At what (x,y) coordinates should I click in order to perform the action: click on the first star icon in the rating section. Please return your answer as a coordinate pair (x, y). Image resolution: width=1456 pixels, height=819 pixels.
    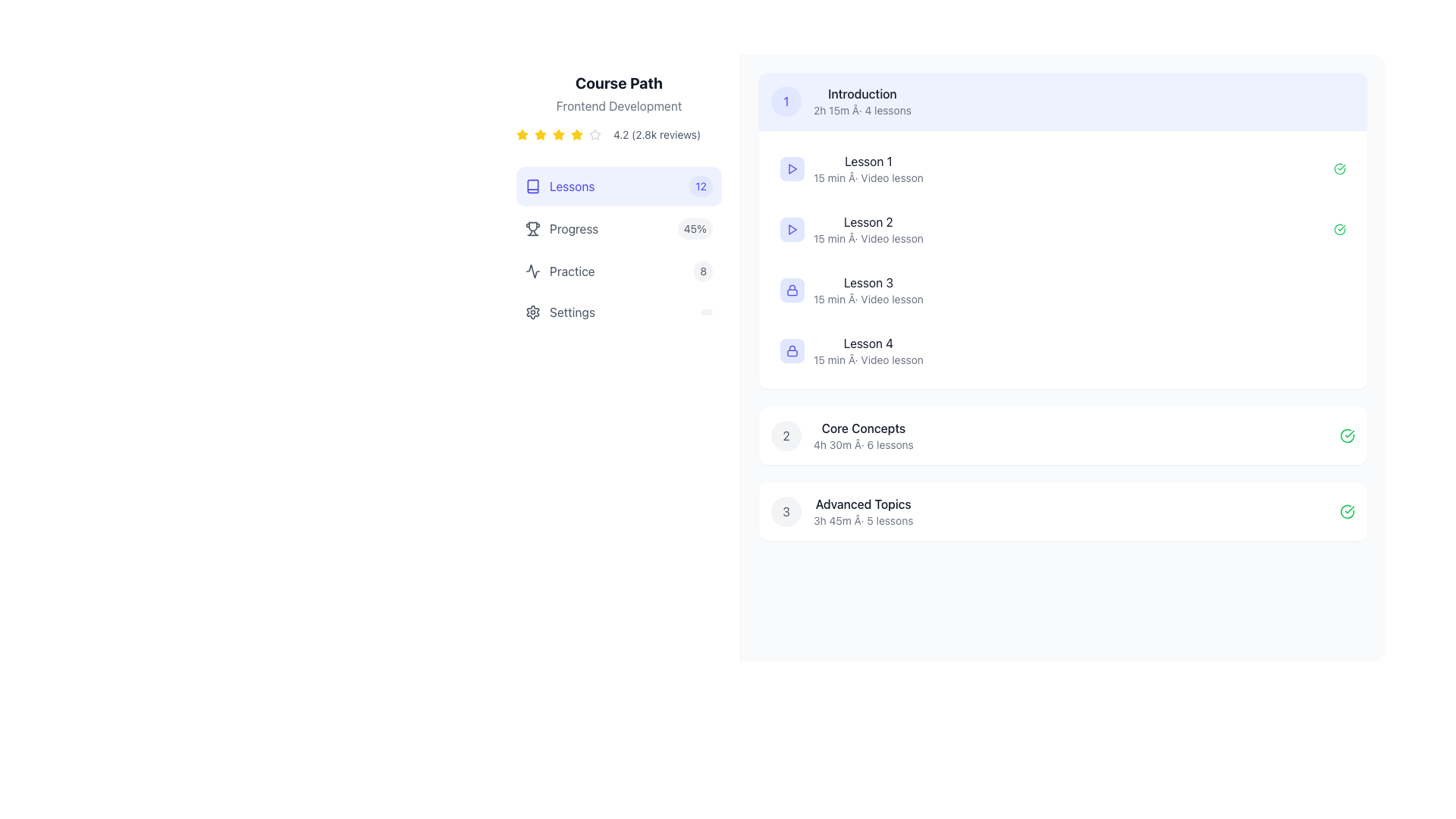
    Looking at the image, I should click on (522, 133).